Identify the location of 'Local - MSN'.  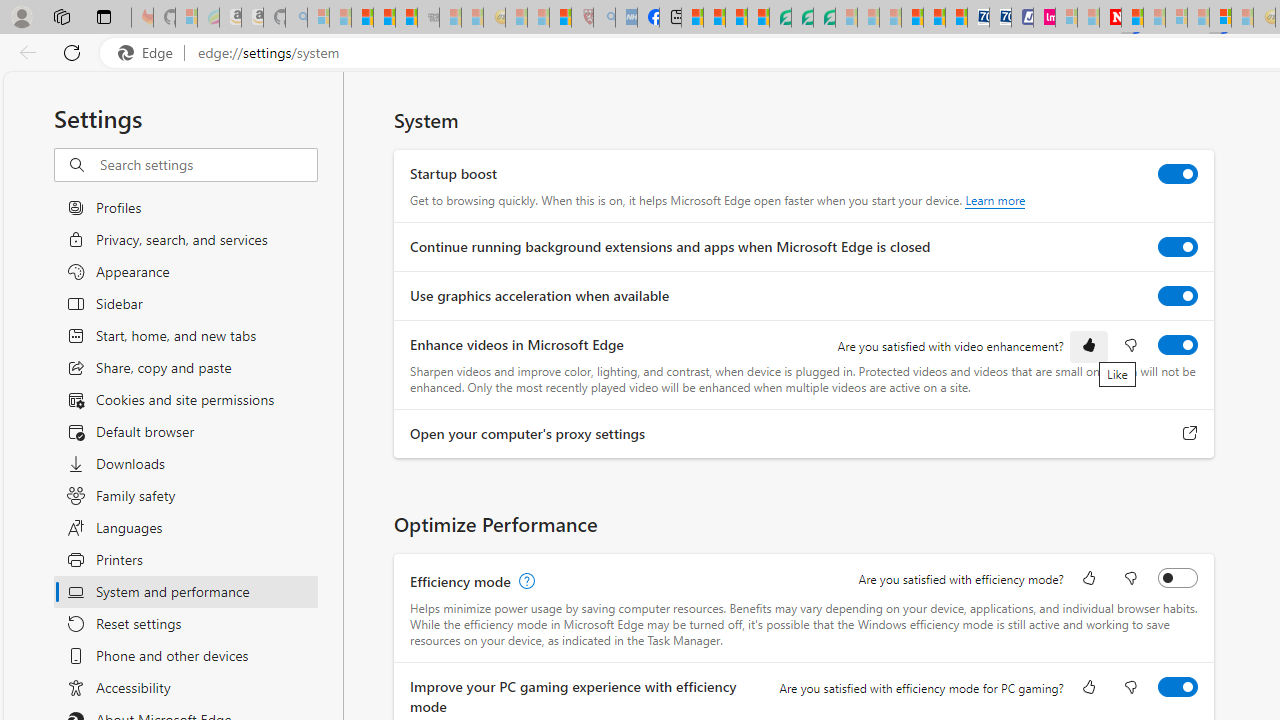
(560, 17).